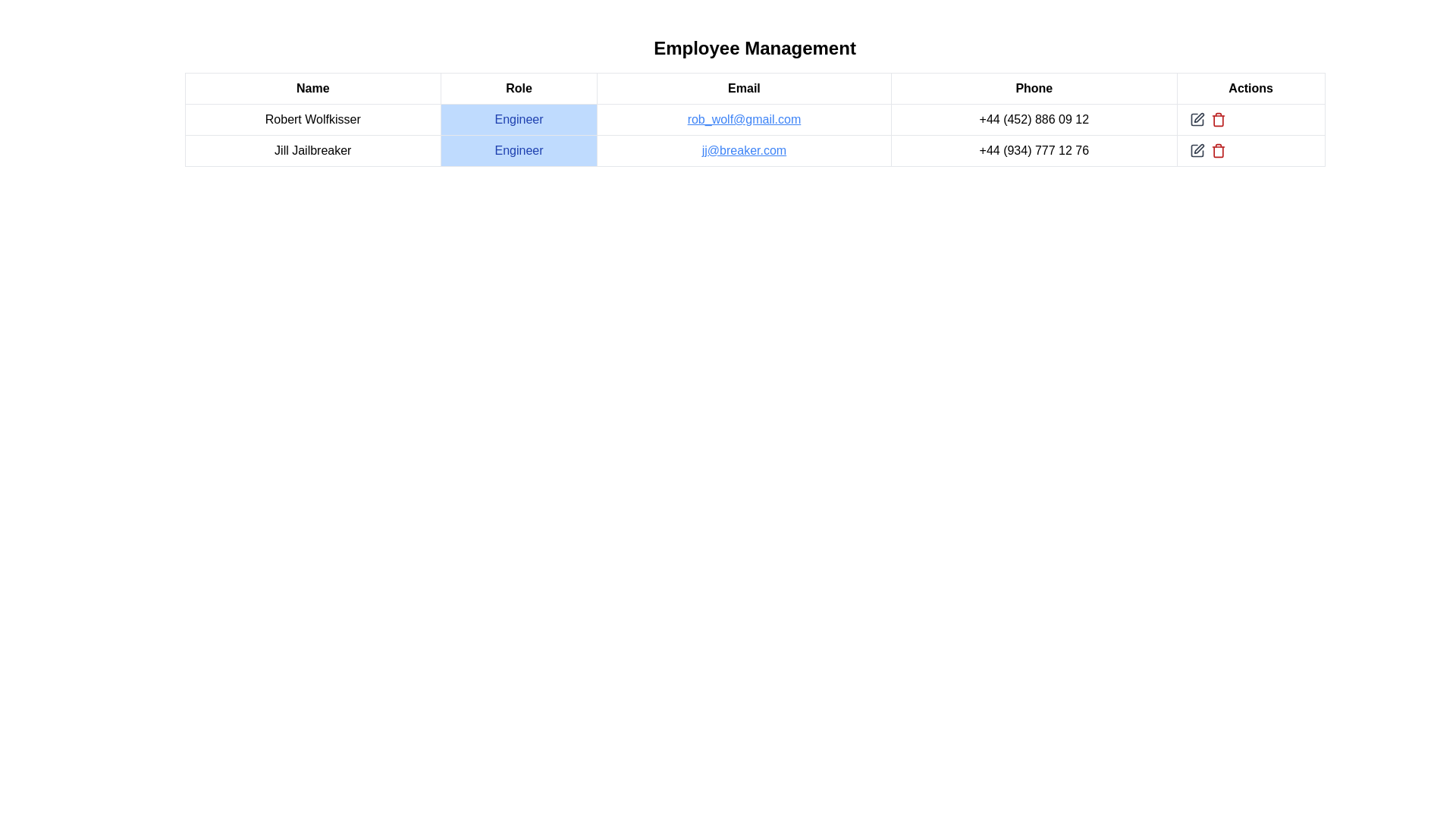 This screenshot has height=819, width=1456. Describe the element at coordinates (312, 151) in the screenshot. I see `the text label containing 'Jill Jailbreaker' in the employee management table located in the second row under the 'Name' column` at that location.